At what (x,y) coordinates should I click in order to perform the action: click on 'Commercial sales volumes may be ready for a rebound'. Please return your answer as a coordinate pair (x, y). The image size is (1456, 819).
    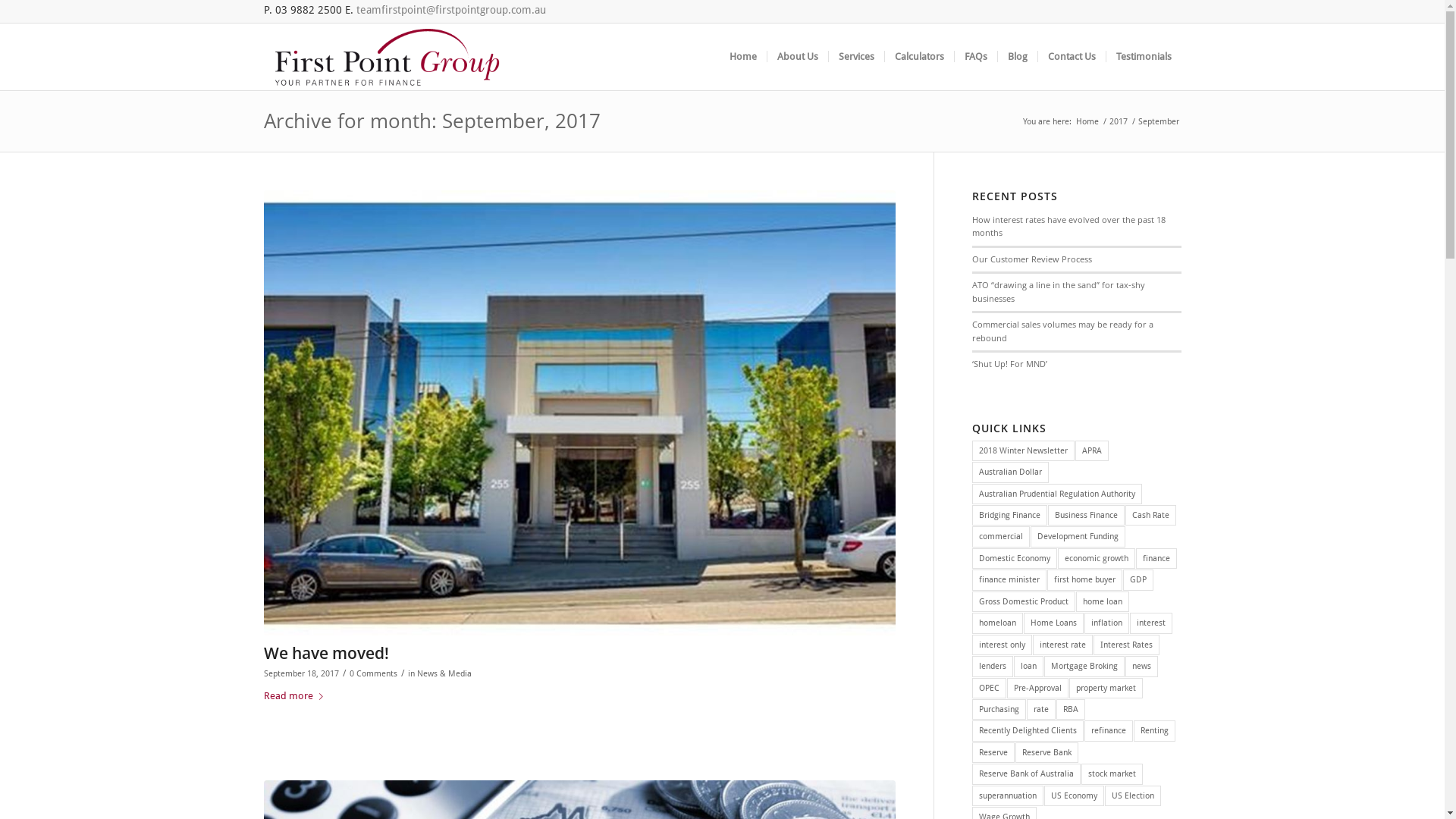
    Looking at the image, I should click on (971, 330).